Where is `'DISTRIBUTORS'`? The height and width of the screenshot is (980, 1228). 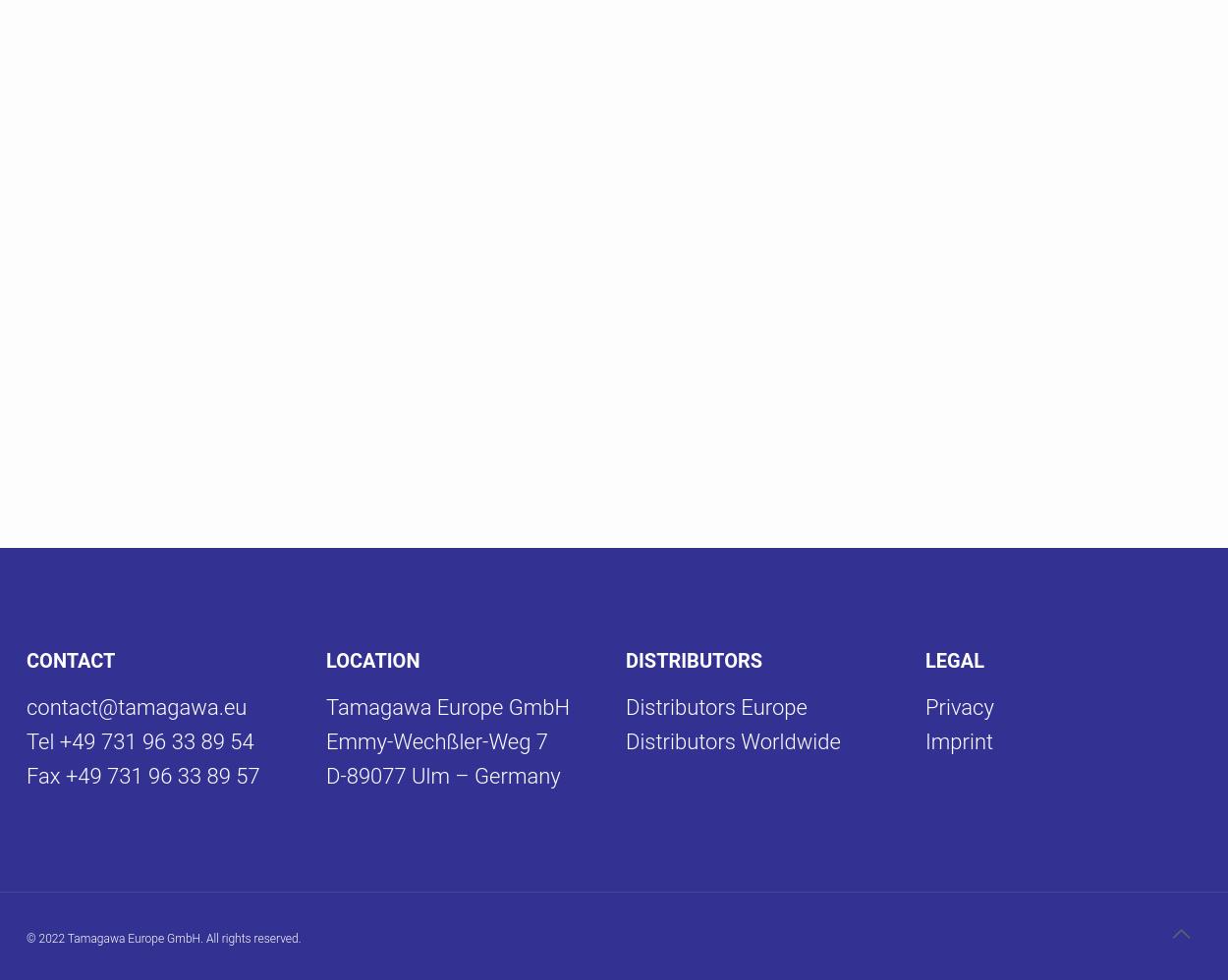 'DISTRIBUTORS' is located at coordinates (693, 659).